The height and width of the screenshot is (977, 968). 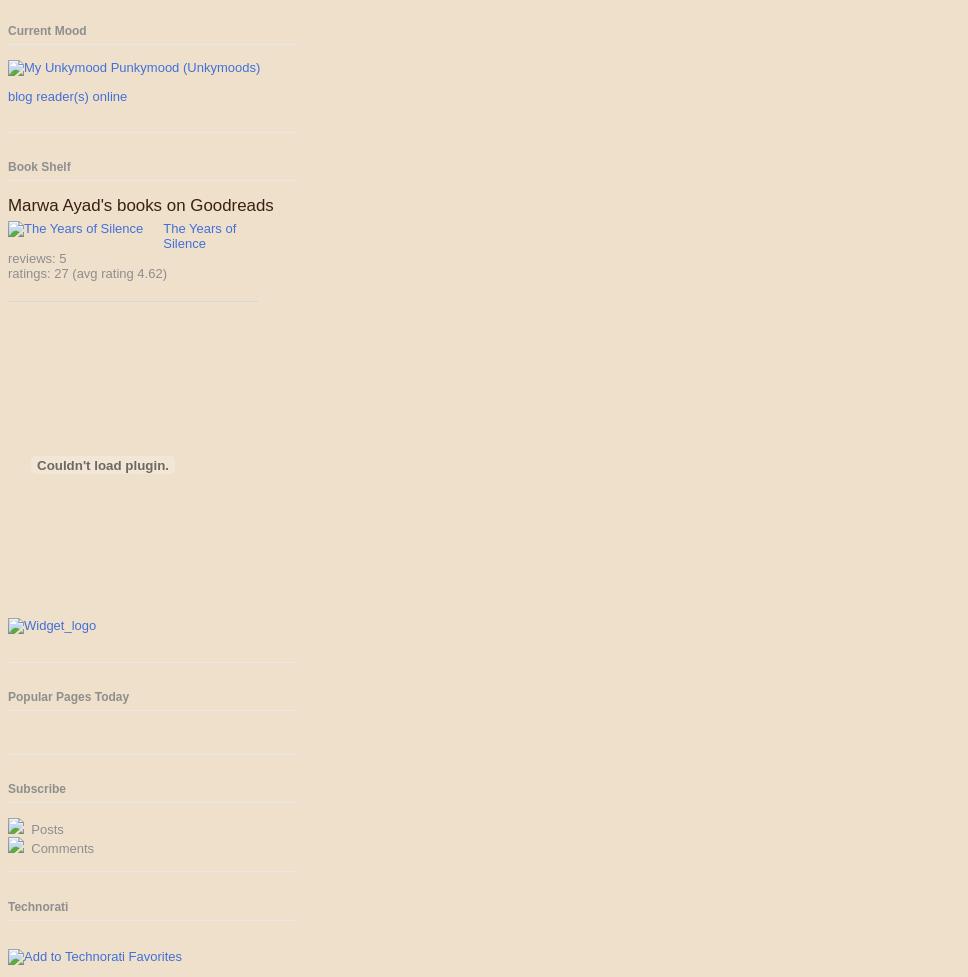 What do you see at coordinates (199, 235) in the screenshot?
I see `'The Years of Silence'` at bounding box center [199, 235].